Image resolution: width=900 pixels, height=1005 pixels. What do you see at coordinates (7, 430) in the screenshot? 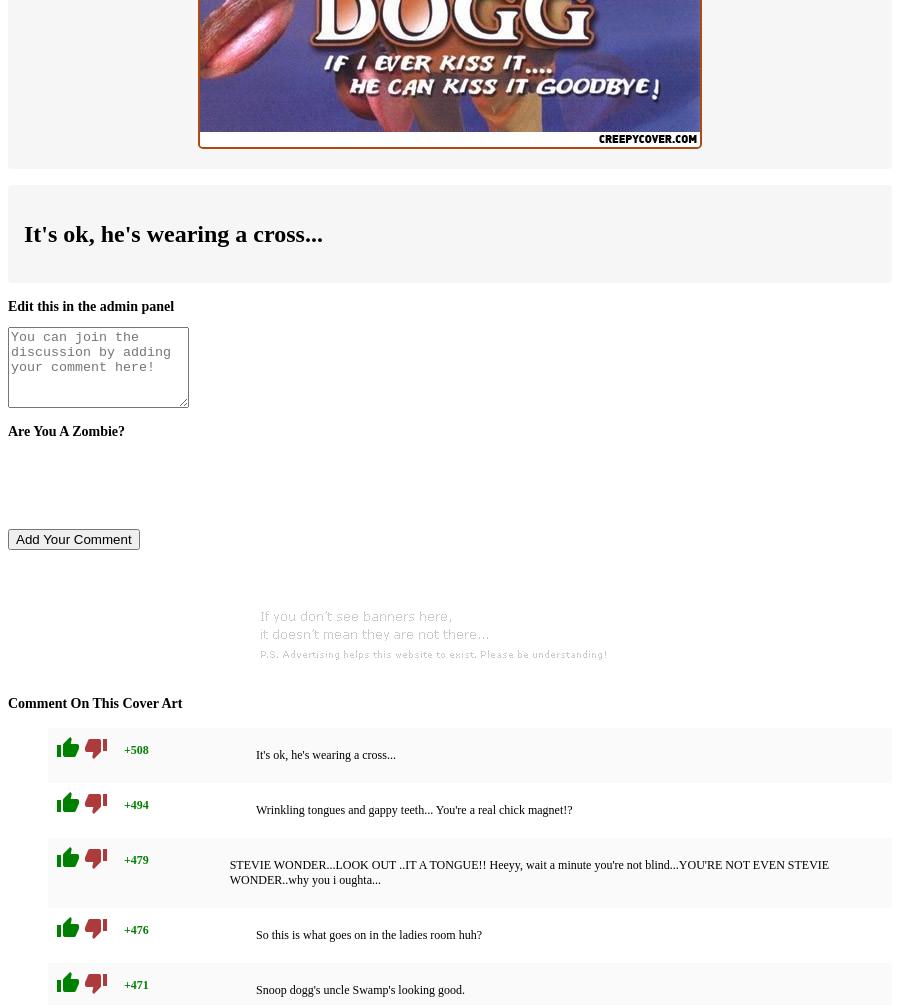
I see `'Are You A Zombie?'` at bounding box center [7, 430].